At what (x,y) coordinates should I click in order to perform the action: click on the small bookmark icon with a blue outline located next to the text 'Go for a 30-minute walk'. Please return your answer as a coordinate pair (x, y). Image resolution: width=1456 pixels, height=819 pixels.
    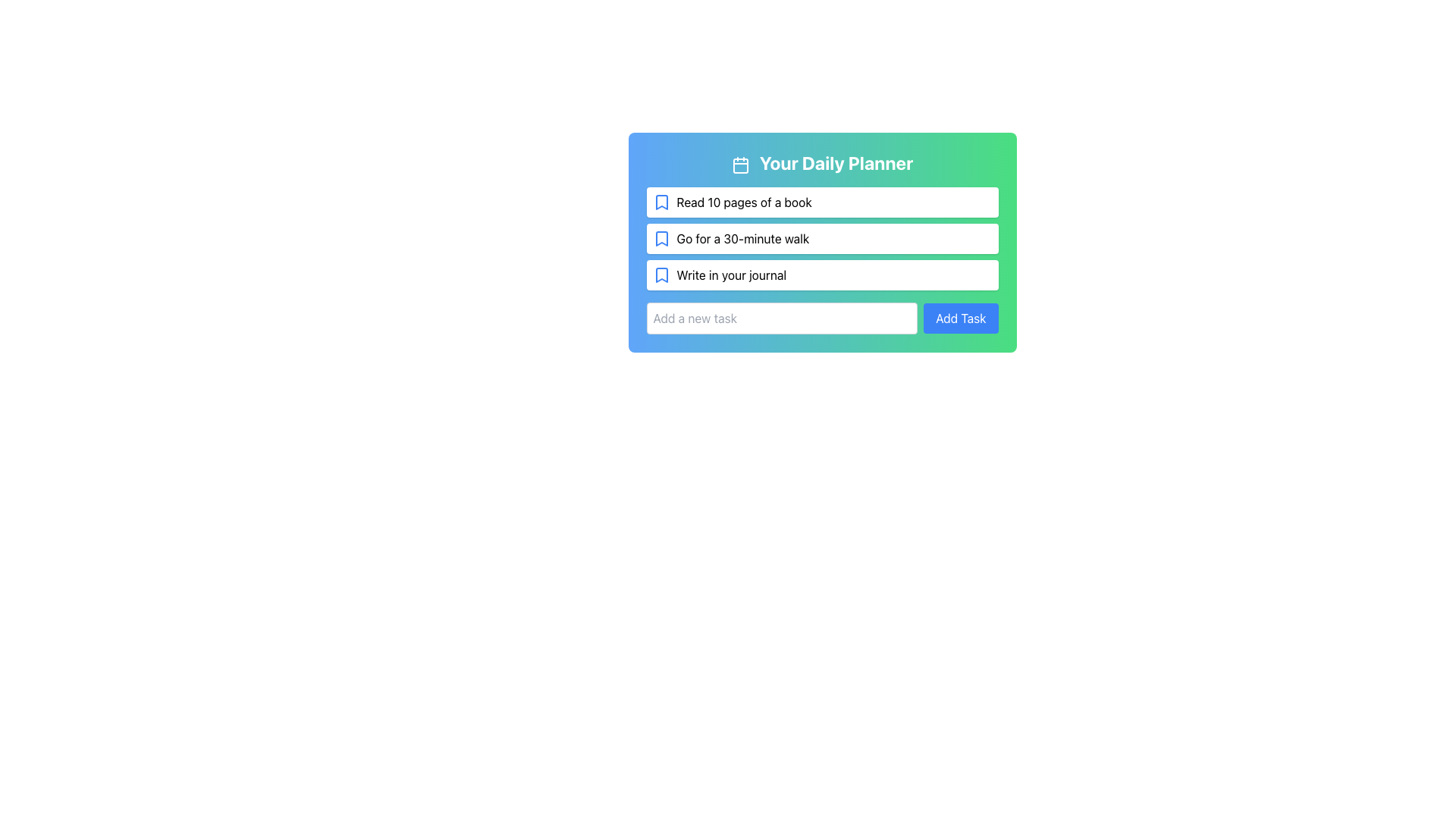
    Looking at the image, I should click on (661, 239).